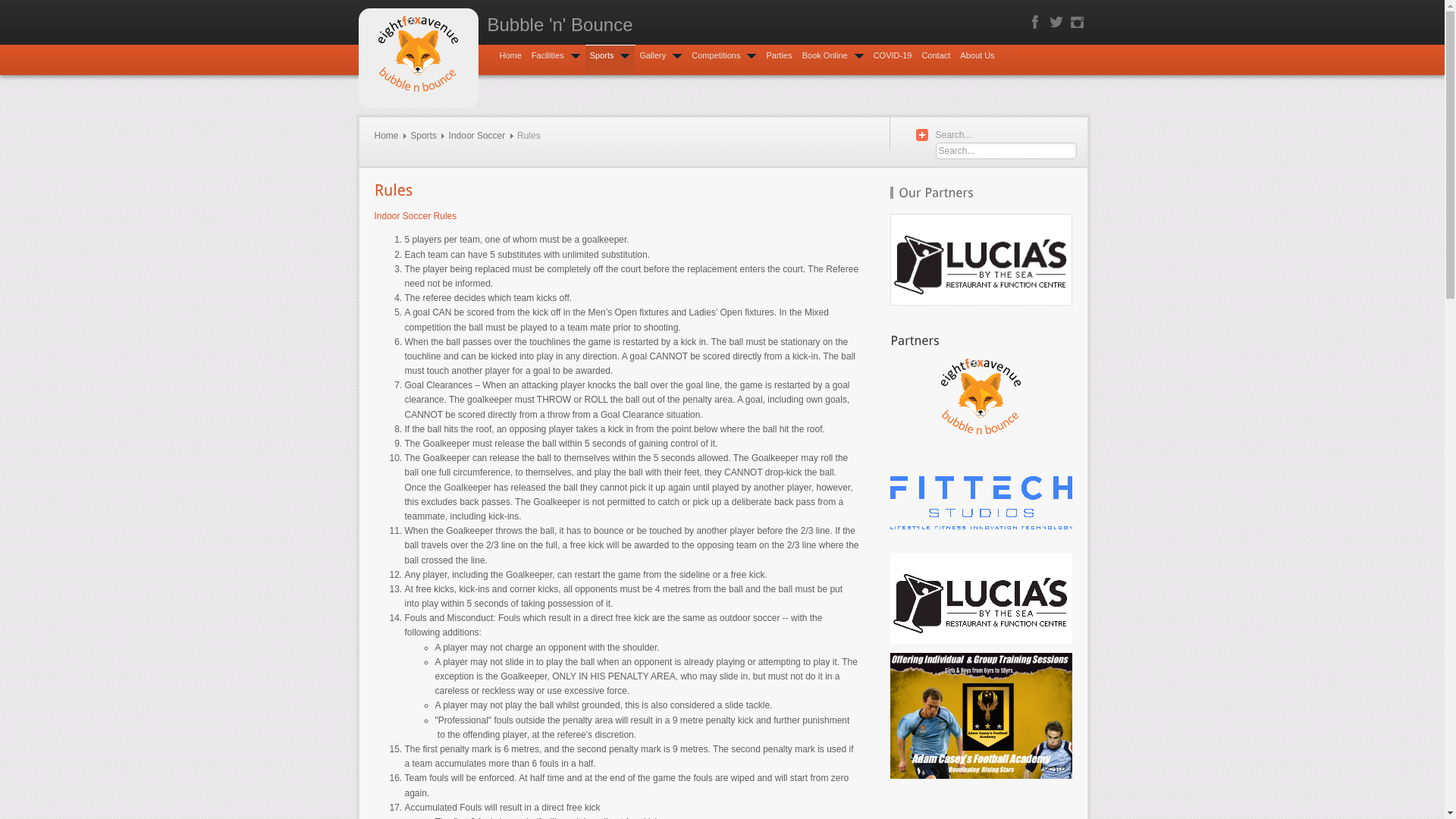 Image resolution: width=1456 pixels, height=819 pixels. Describe the element at coordinates (1033, 22) in the screenshot. I see `'Facebook'` at that location.